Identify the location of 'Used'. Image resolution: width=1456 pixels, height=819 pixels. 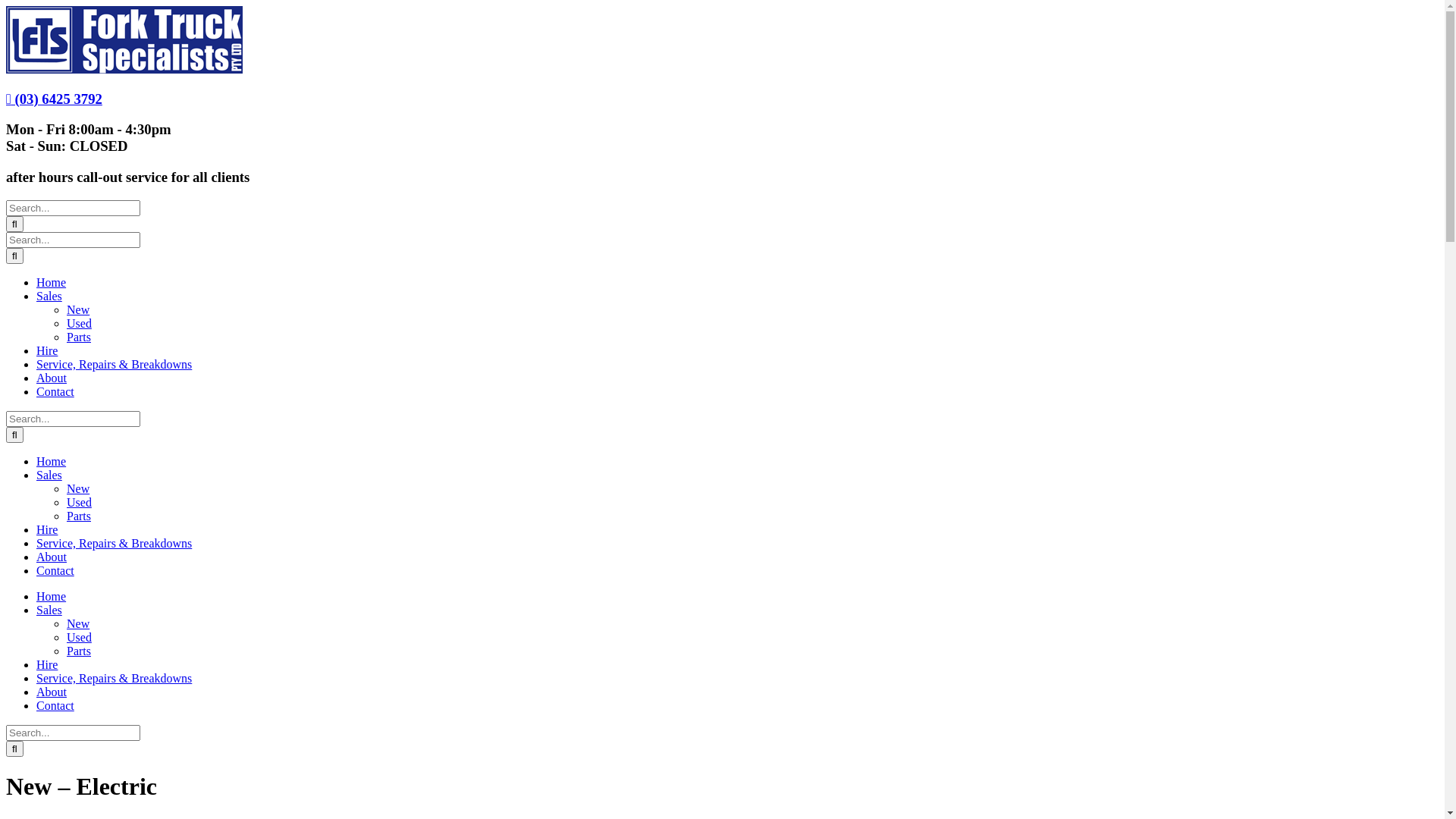
(78, 502).